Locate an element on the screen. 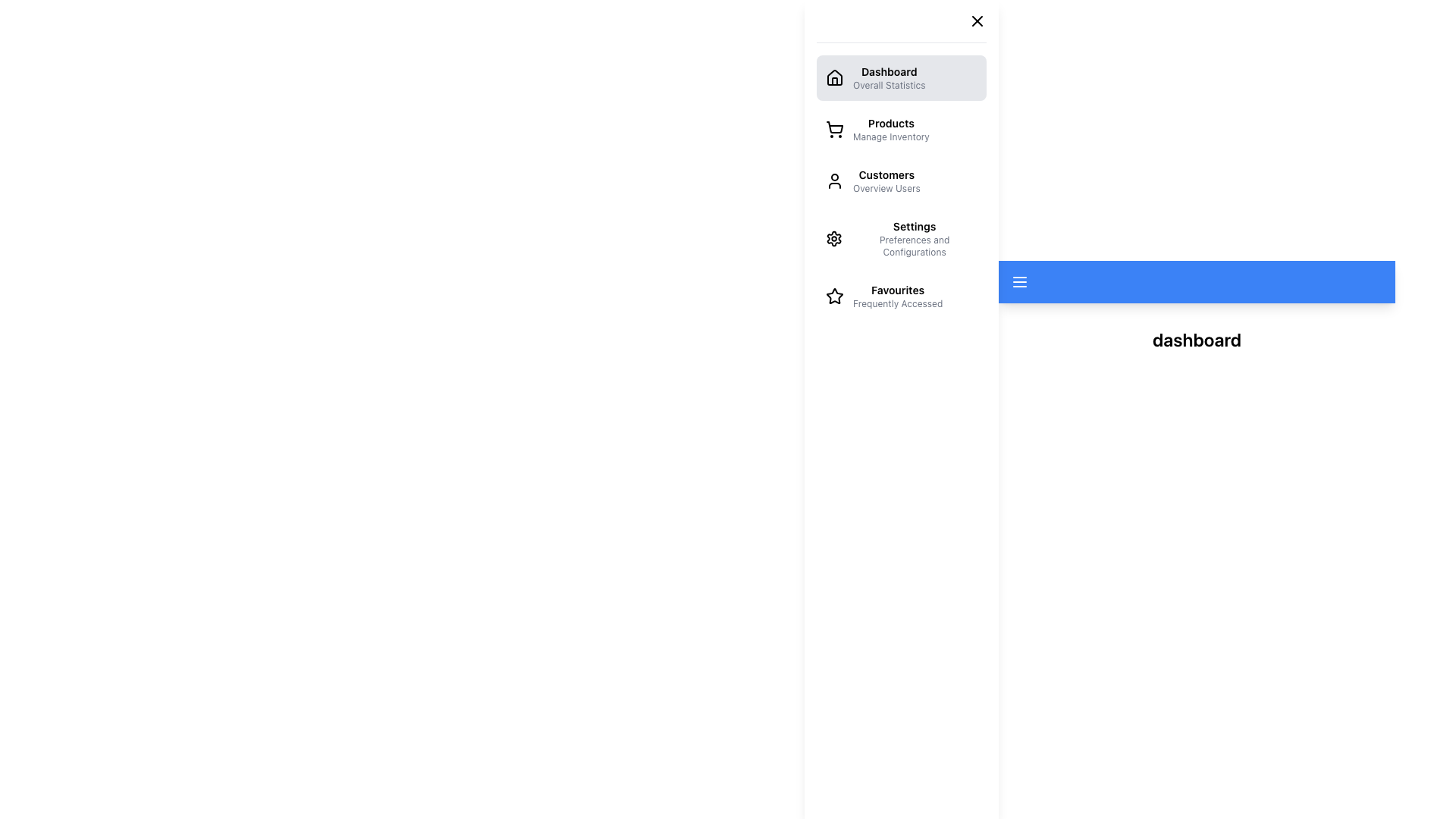  the Text Label indicating the 'dashboard' section, which is centrally located below the blue header bar in the white section of the layout is located at coordinates (1196, 338).